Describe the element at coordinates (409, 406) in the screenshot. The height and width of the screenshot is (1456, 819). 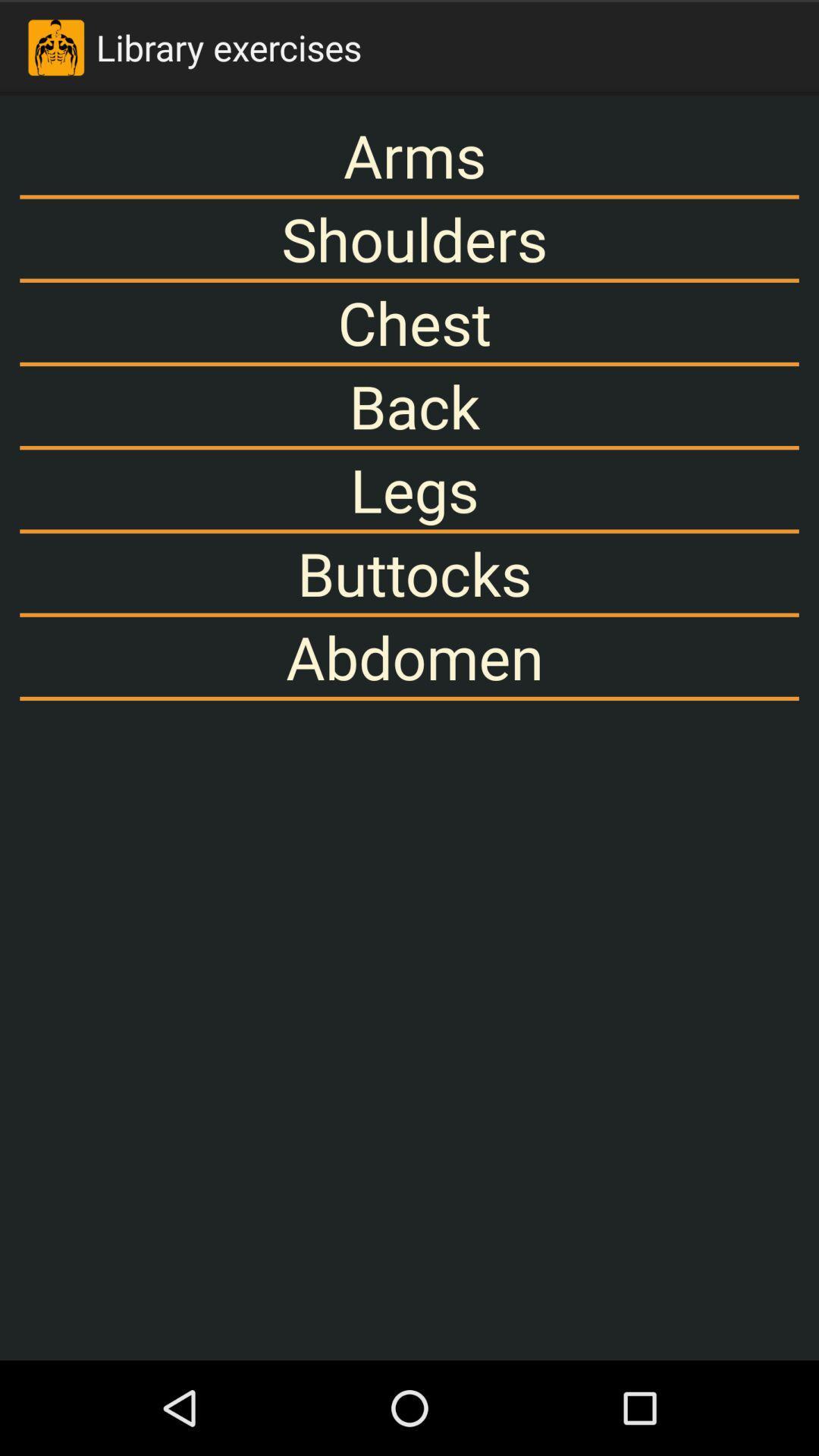
I see `the back icon` at that location.